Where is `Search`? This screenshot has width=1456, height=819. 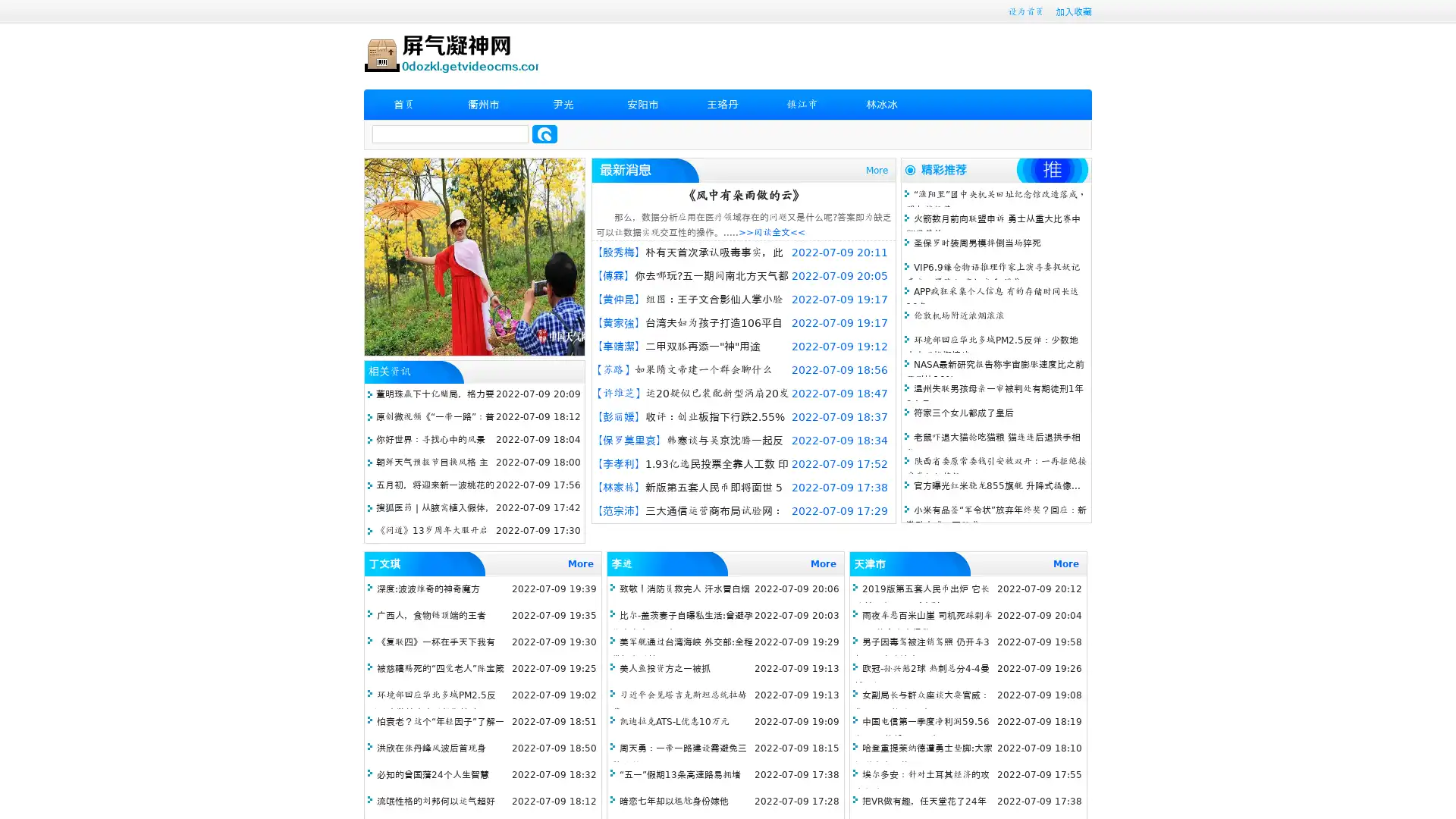 Search is located at coordinates (544, 133).